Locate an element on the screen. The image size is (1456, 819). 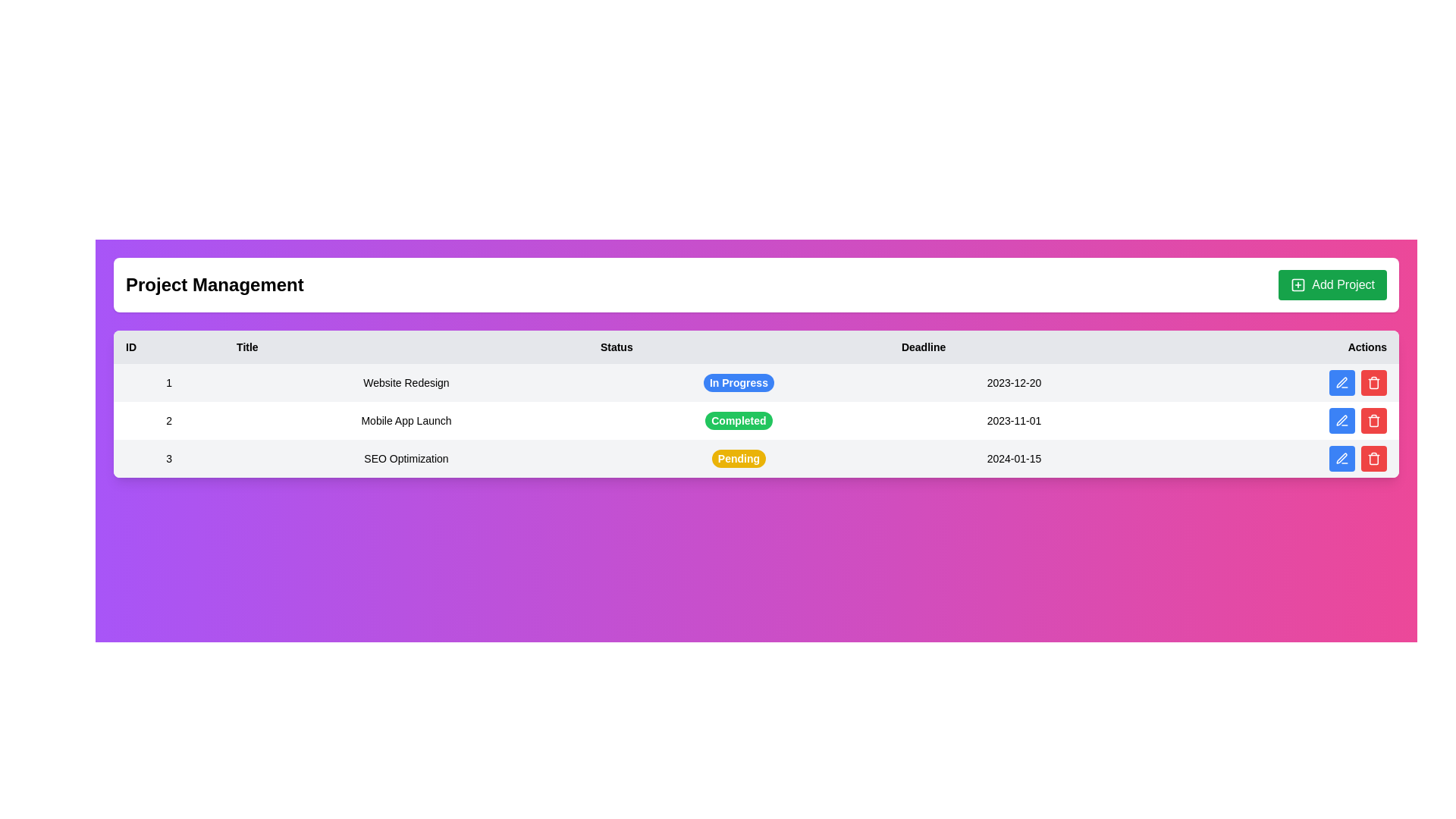
the text label displaying the number '3' in the first cell of the third row under the 'ID' column of the table is located at coordinates (169, 458).